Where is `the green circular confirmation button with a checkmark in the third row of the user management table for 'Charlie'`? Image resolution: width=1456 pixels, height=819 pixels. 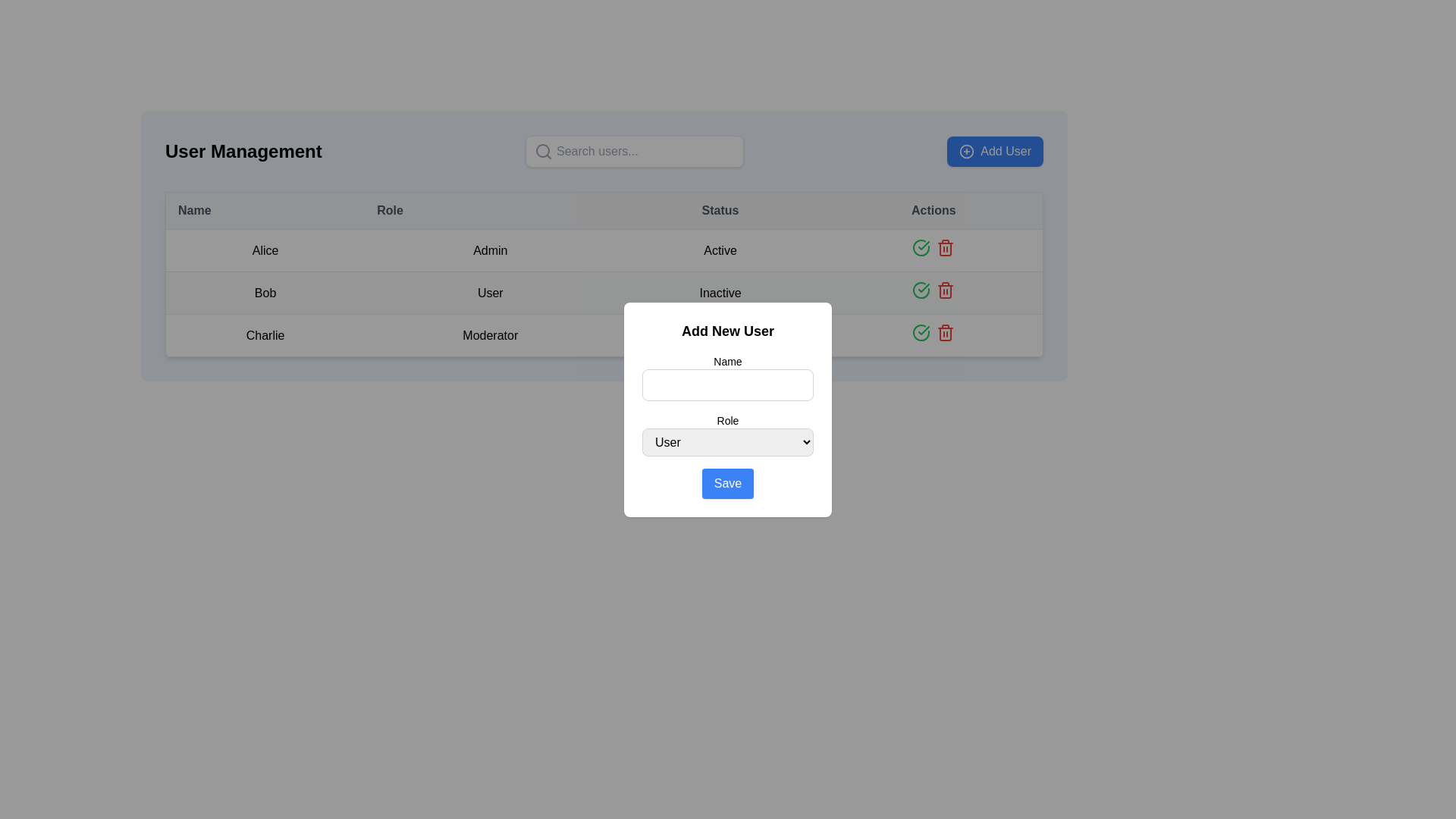
the green circular confirmation button with a checkmark in the third row of the user management table for 'Charlie' is located at coordinates (921, 332).